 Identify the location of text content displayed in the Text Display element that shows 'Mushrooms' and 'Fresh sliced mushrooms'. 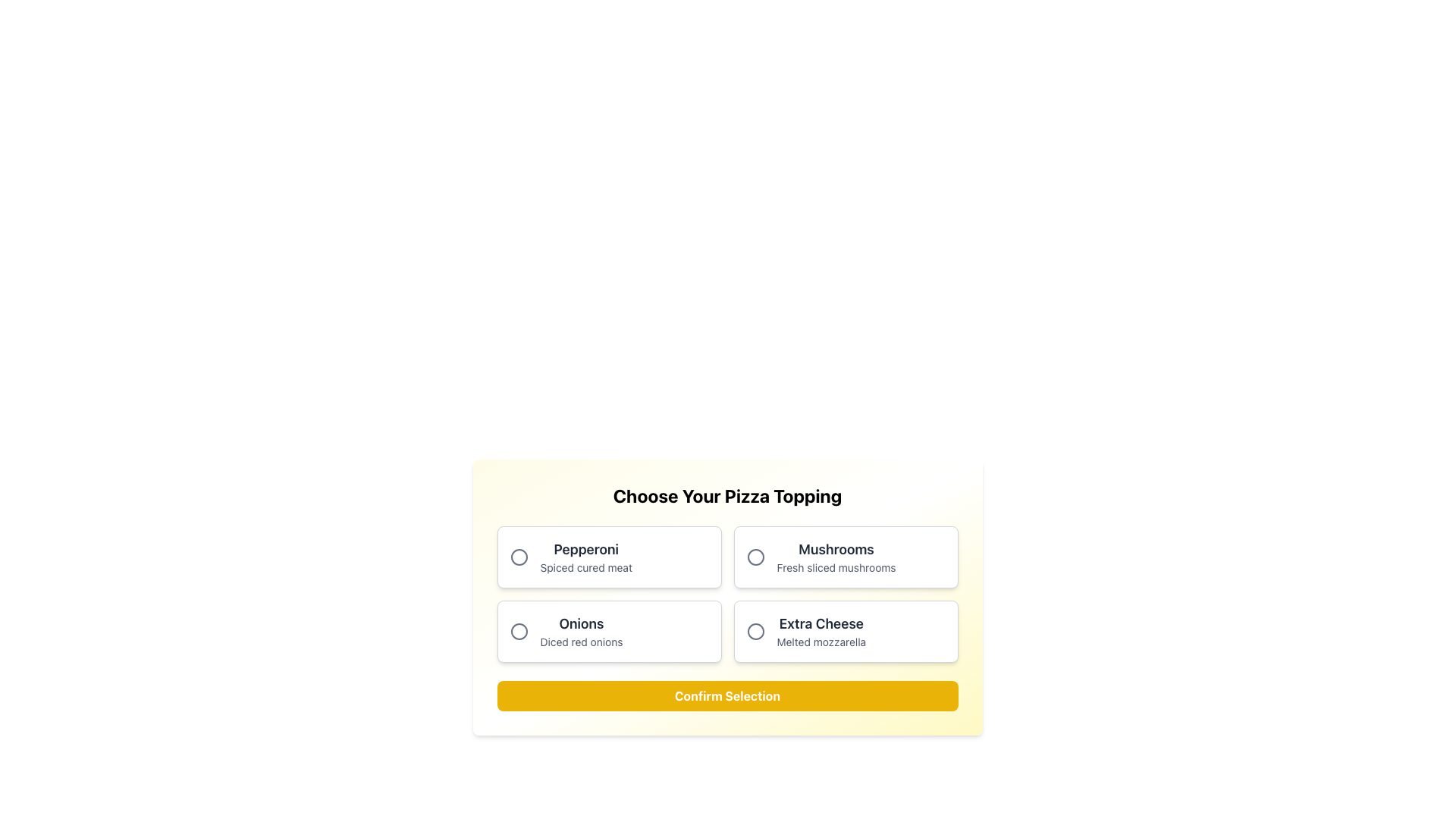
(836, 557).